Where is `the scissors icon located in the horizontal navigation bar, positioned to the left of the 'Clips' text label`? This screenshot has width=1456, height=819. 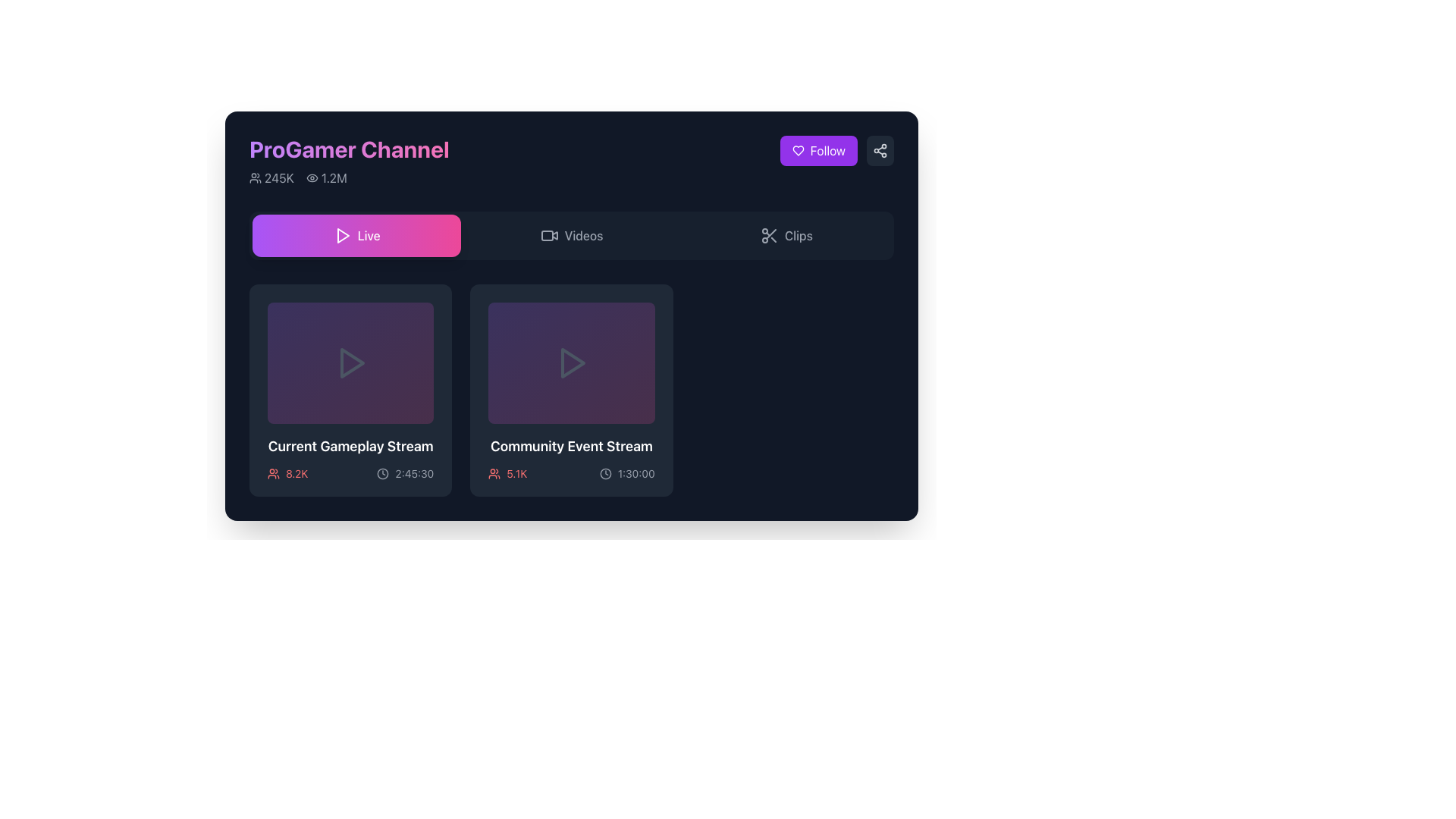
the scissors icon located in the horizontal navigation bar, positioned to the left of the 'Clips' text label is located at coordinates (769, 236).